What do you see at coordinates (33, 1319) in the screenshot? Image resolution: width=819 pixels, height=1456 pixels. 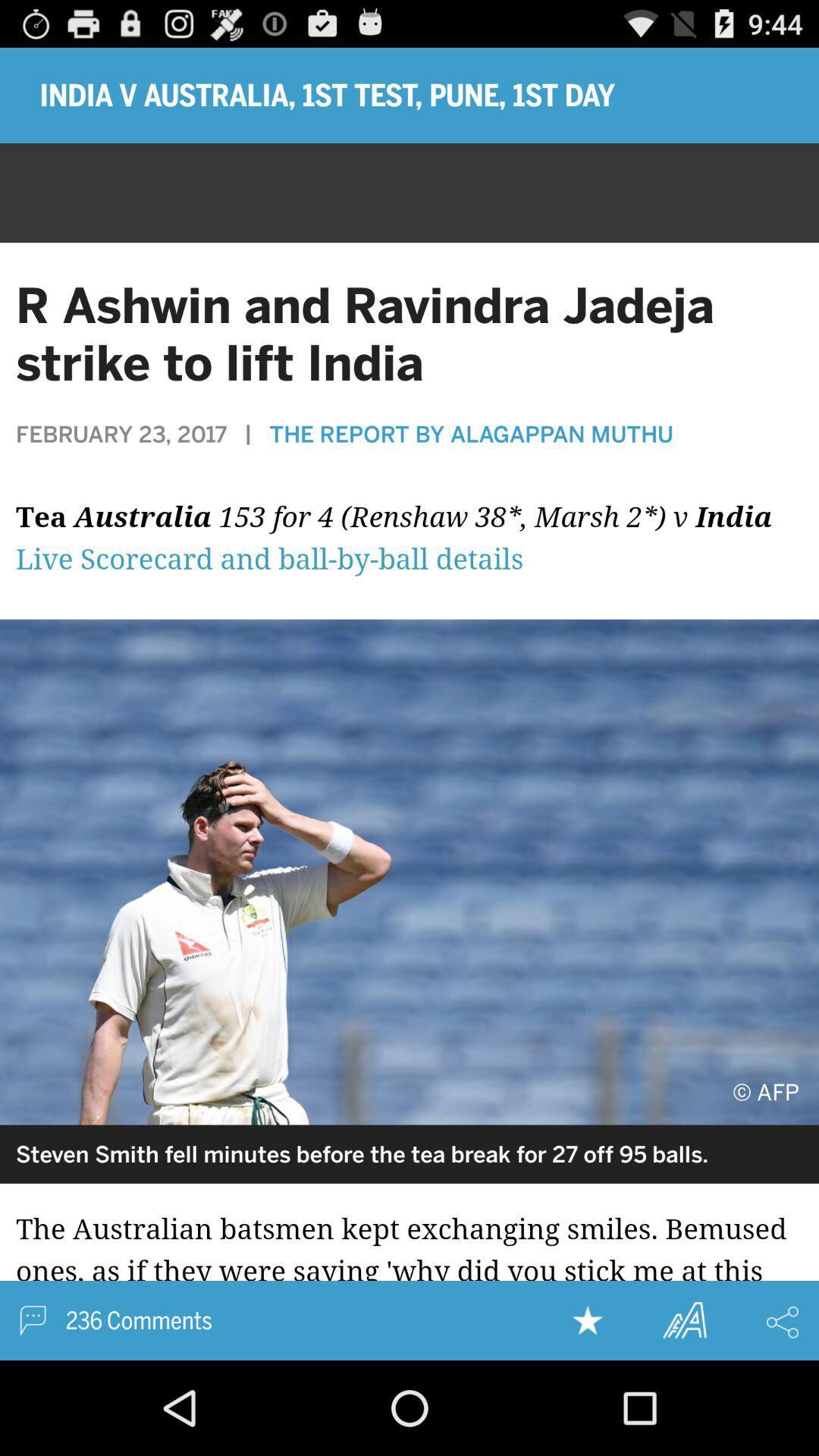 I see `massage option` at bounding box center [33, 1319].